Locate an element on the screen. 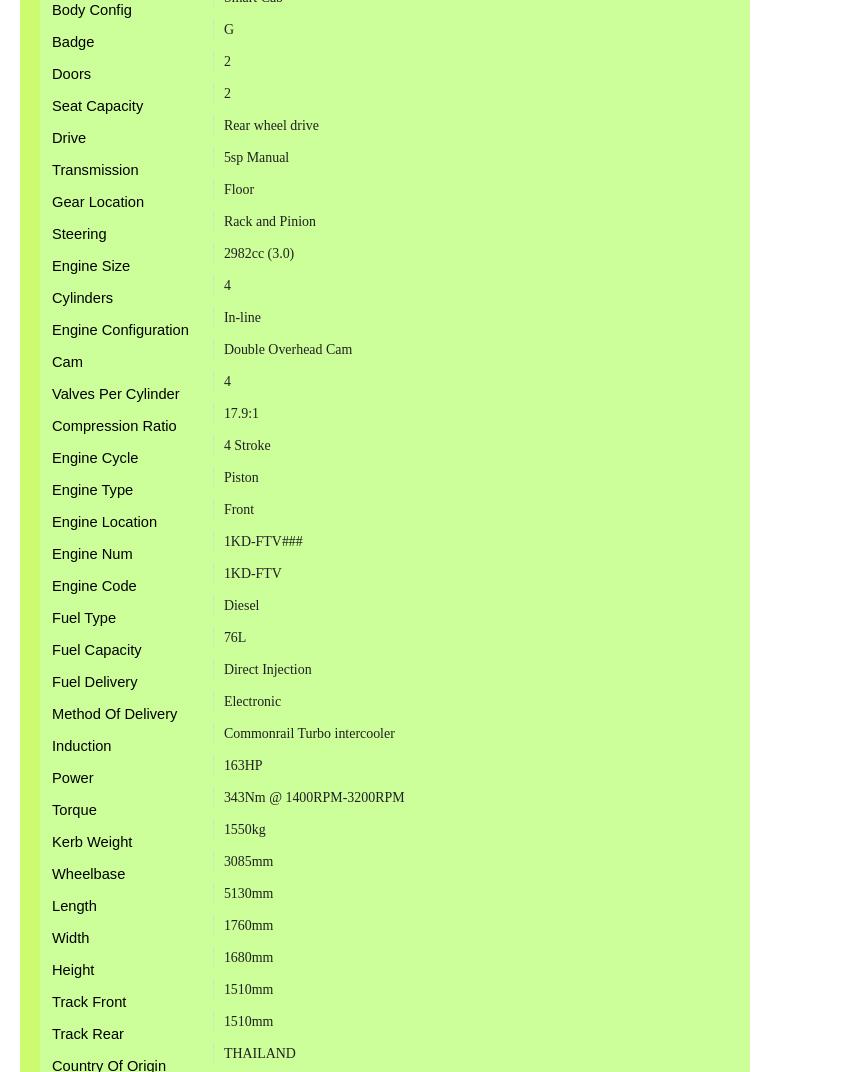 This screenshot has width=845, height=1072. 'Direct Injection' is located at coordinates (221, 668).